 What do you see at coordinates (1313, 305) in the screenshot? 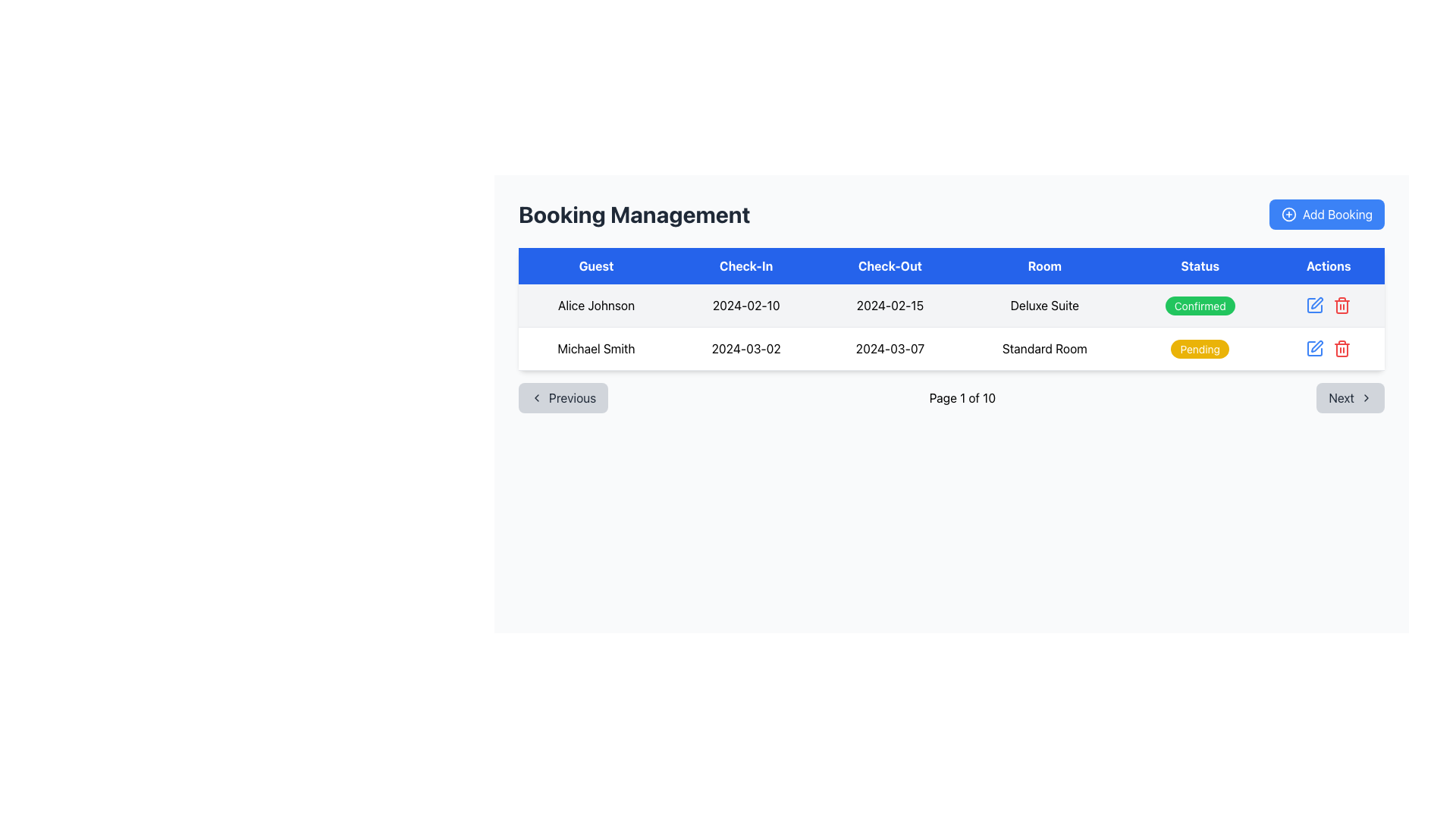
I see `the edit icon located in the 'Actions' column of the second row for 'Michael Smith' to initiate an edit action` at bounding box center [1313, 305].